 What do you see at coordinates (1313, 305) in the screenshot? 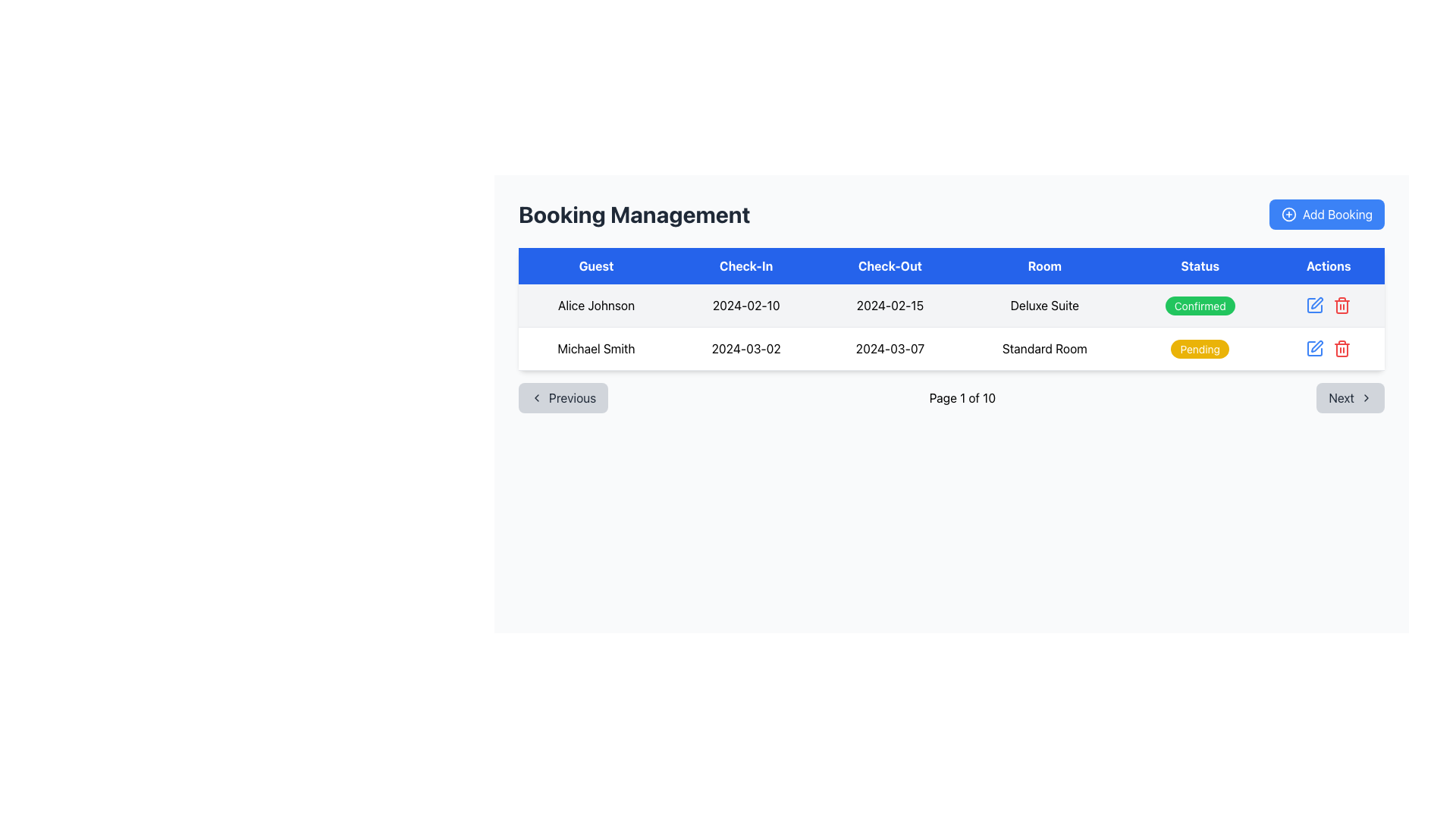
I see `the edit icon located in the 'Actions' column of the second row for 'Michael Smith' to initiate an edit action` at bounding box center [1313, 305].